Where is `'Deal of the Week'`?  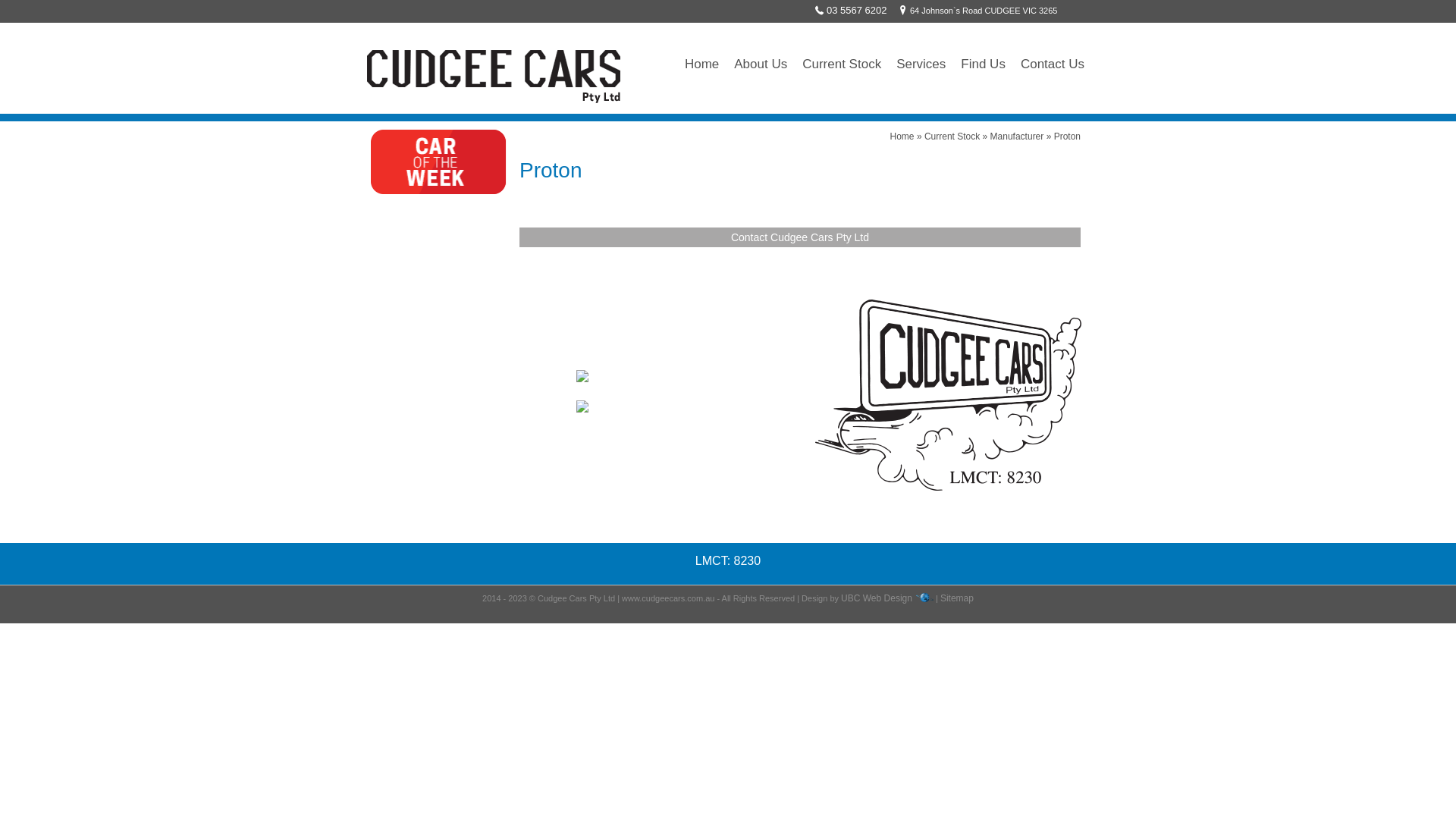 'Deal of the Week' is located at coordinates (370, 162).